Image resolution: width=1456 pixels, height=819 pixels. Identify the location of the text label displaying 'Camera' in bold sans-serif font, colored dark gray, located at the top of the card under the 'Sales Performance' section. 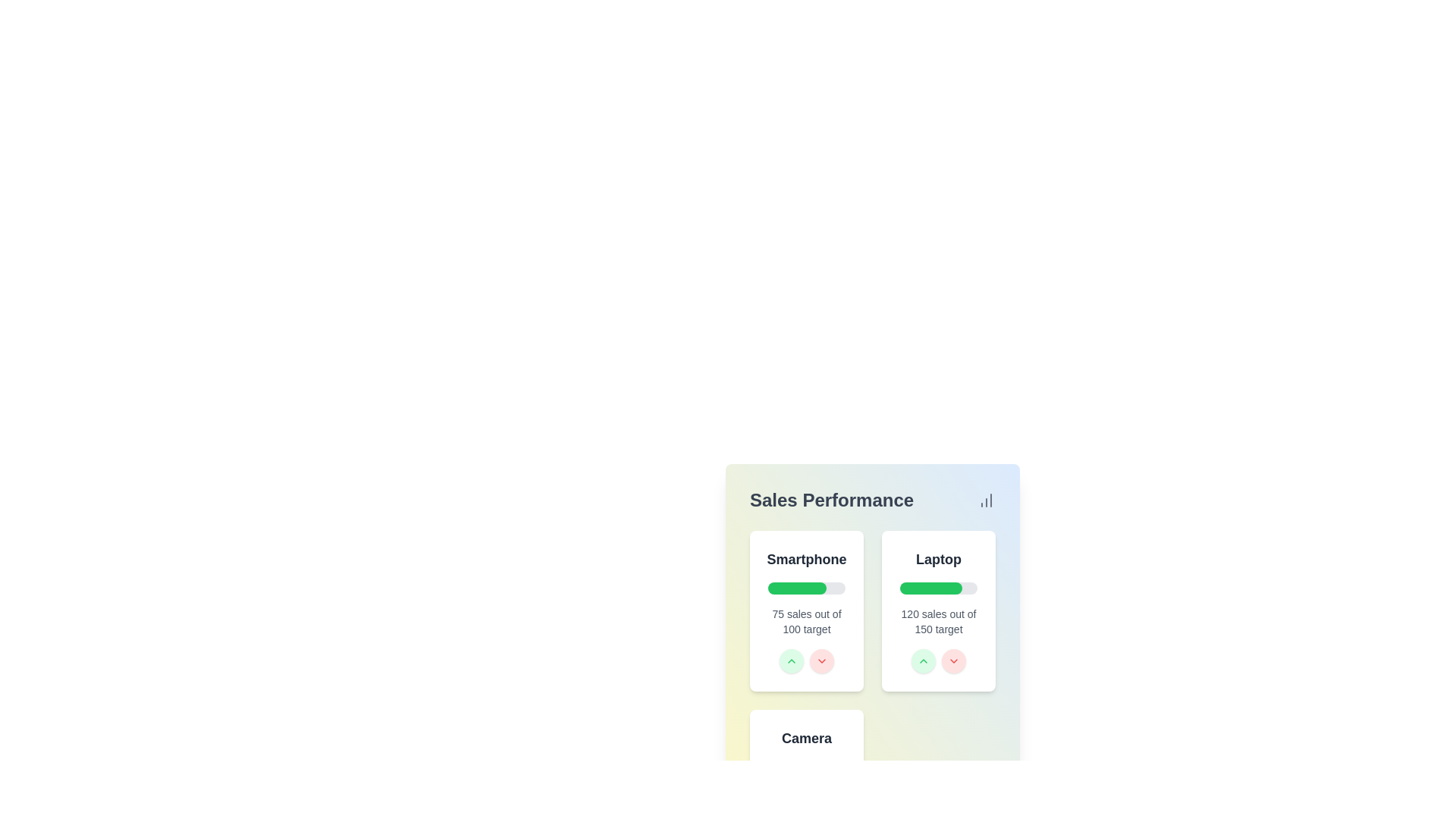
(806, 738).